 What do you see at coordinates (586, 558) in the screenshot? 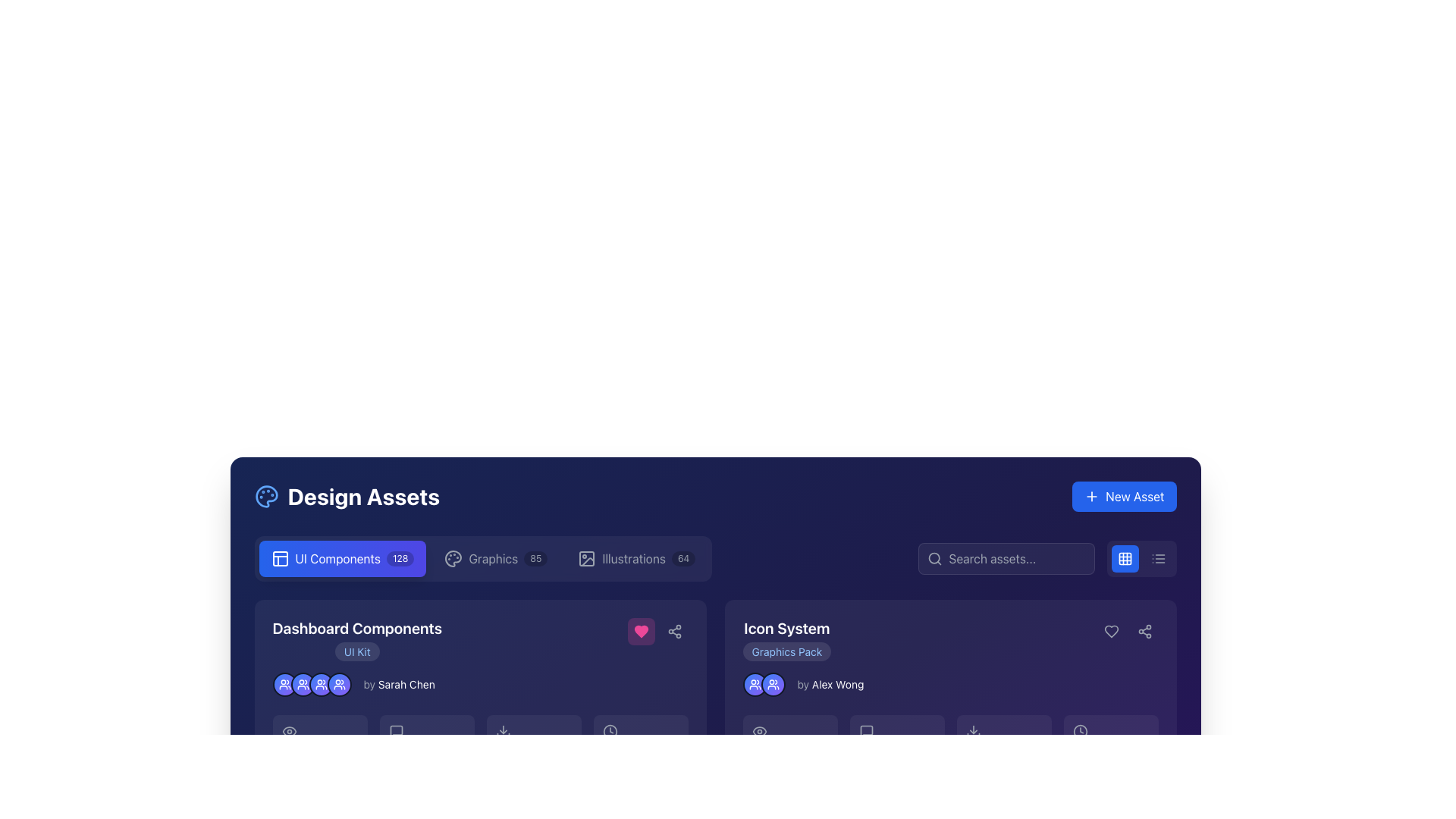
I see `the 'Illustrations' icon located at the far left of the horizontal menu item labeled 'Illustrations 64' in the navigation bar` at bounding box center [586, 558].